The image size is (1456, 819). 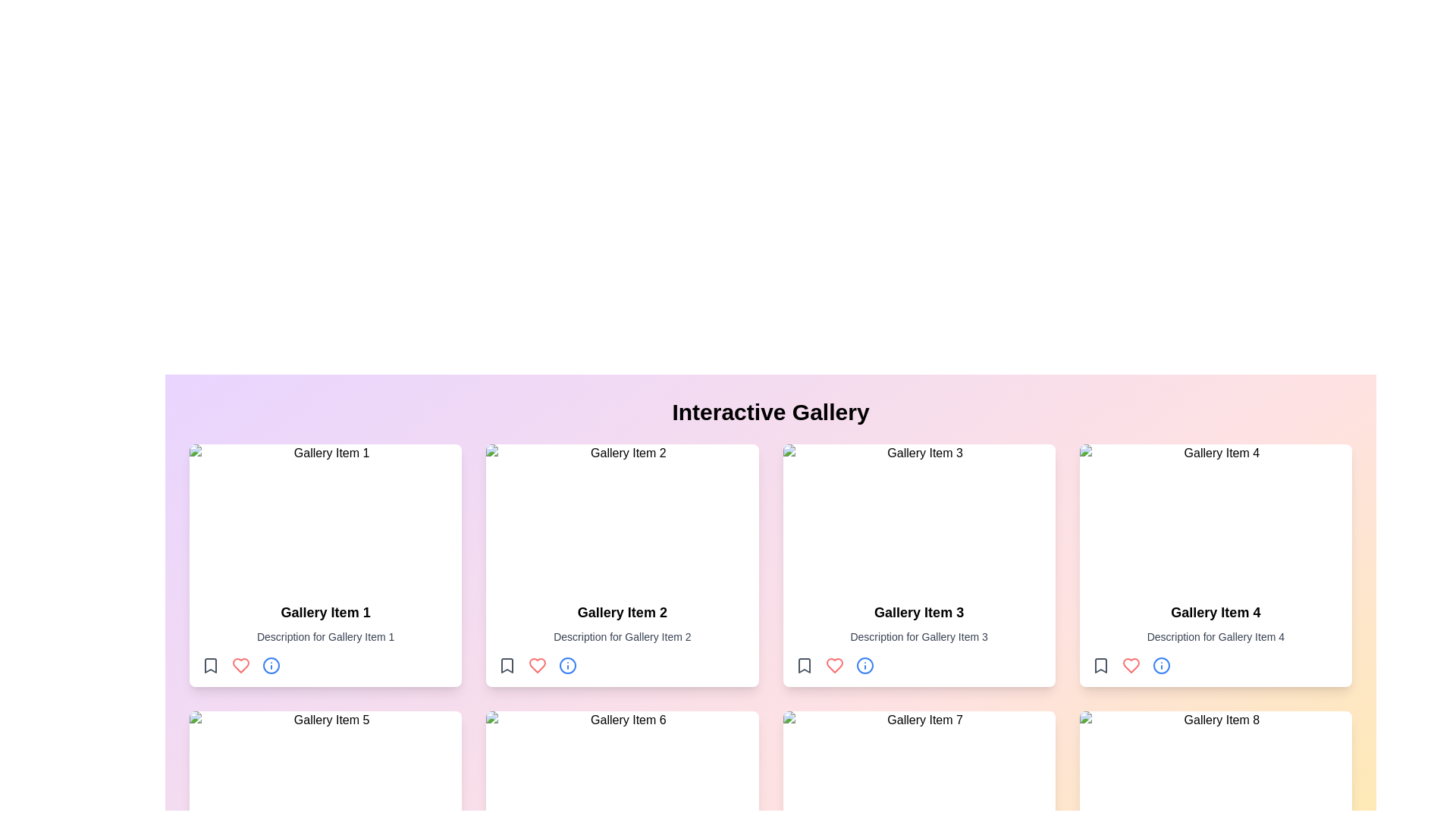 What do you see at coordinates (507, 665) in the screenshot?
I see `the bookmark icon located in the bottom-left corner of the card for 'Gallery Item 2'` at bounding box center [507, 665].